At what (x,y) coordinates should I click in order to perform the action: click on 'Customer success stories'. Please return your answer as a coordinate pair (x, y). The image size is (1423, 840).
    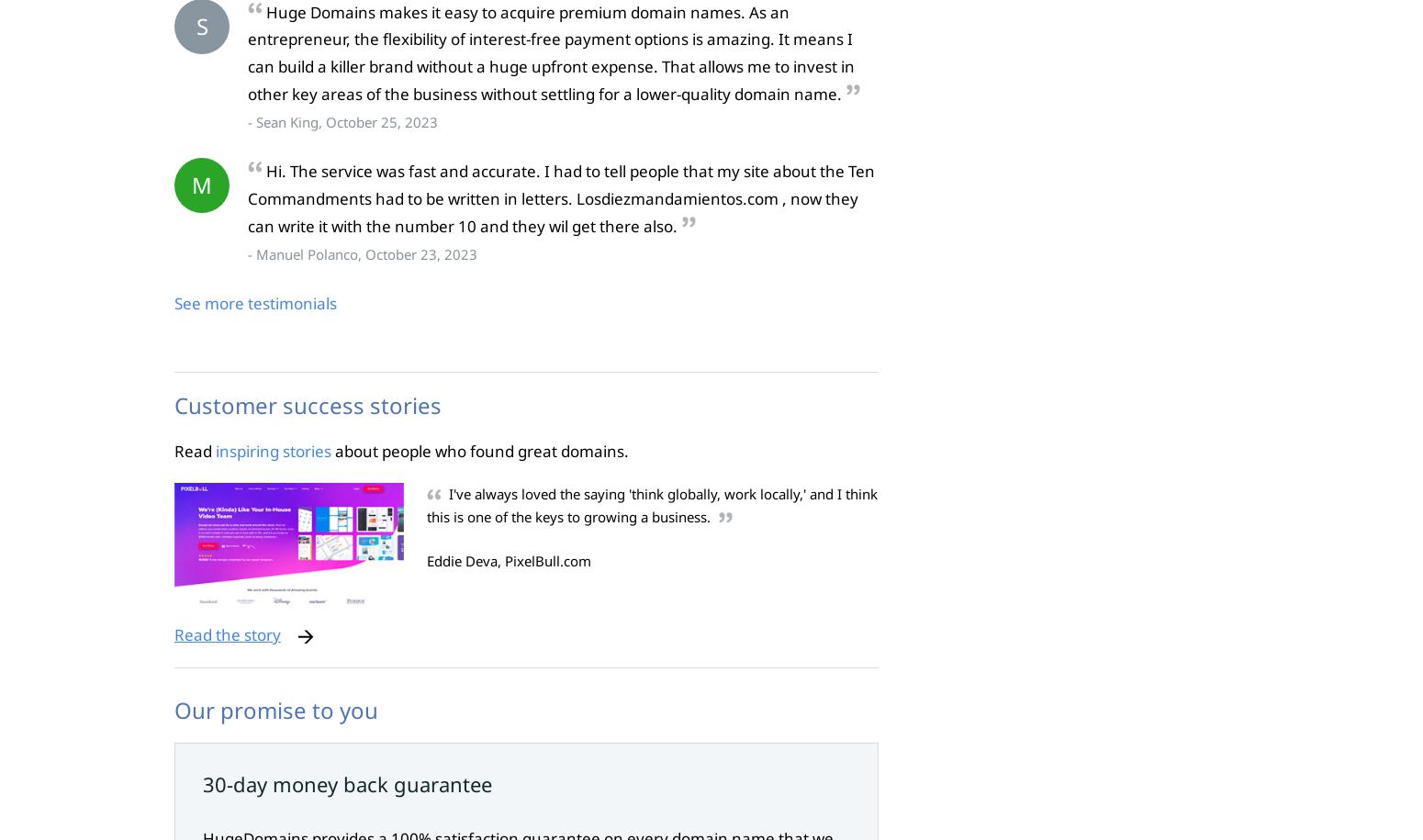
    Looking at the image, I should click on (307, 404).